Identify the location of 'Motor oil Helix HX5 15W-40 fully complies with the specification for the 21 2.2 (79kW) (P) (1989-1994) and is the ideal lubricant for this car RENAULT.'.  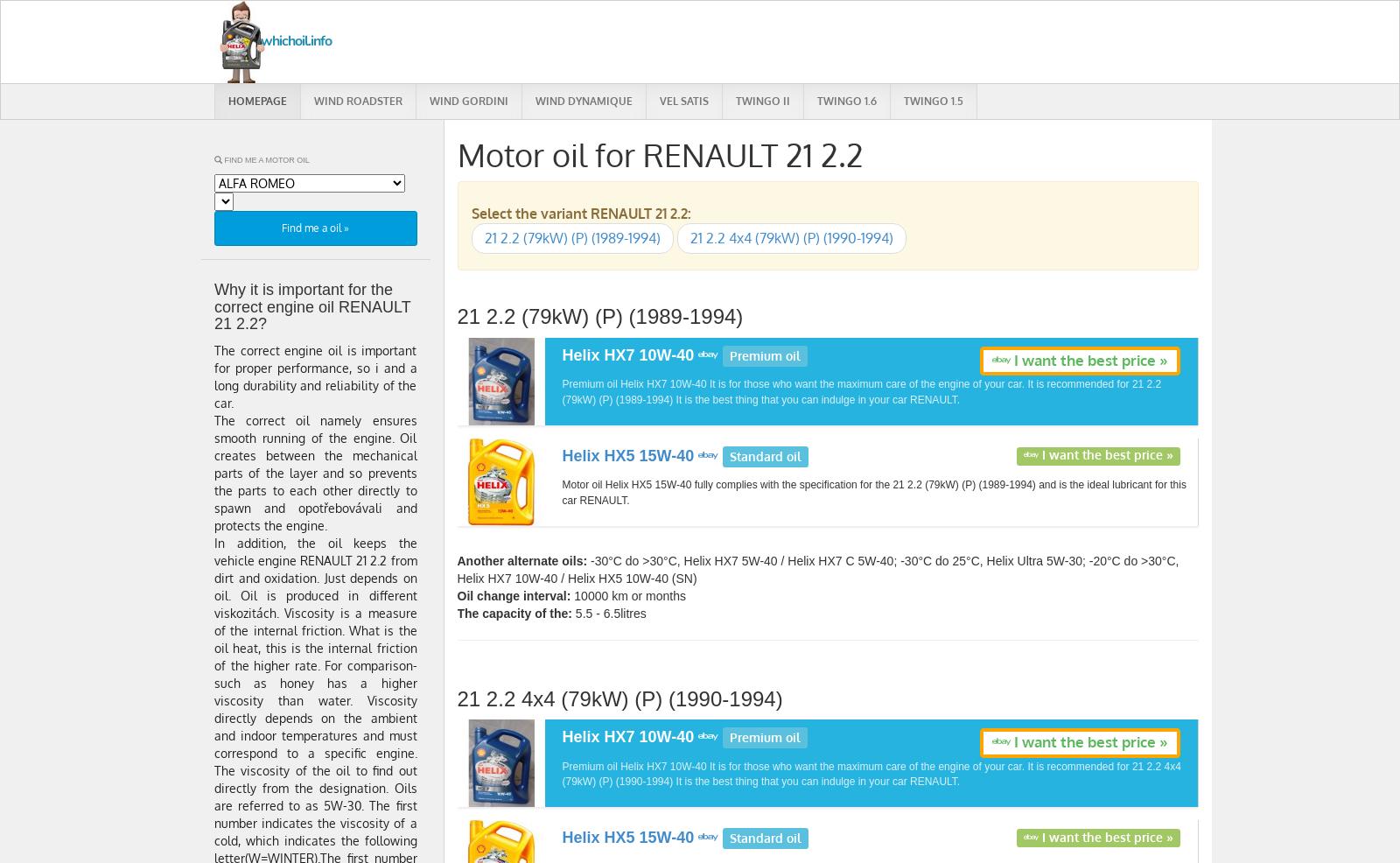
(872, 491).